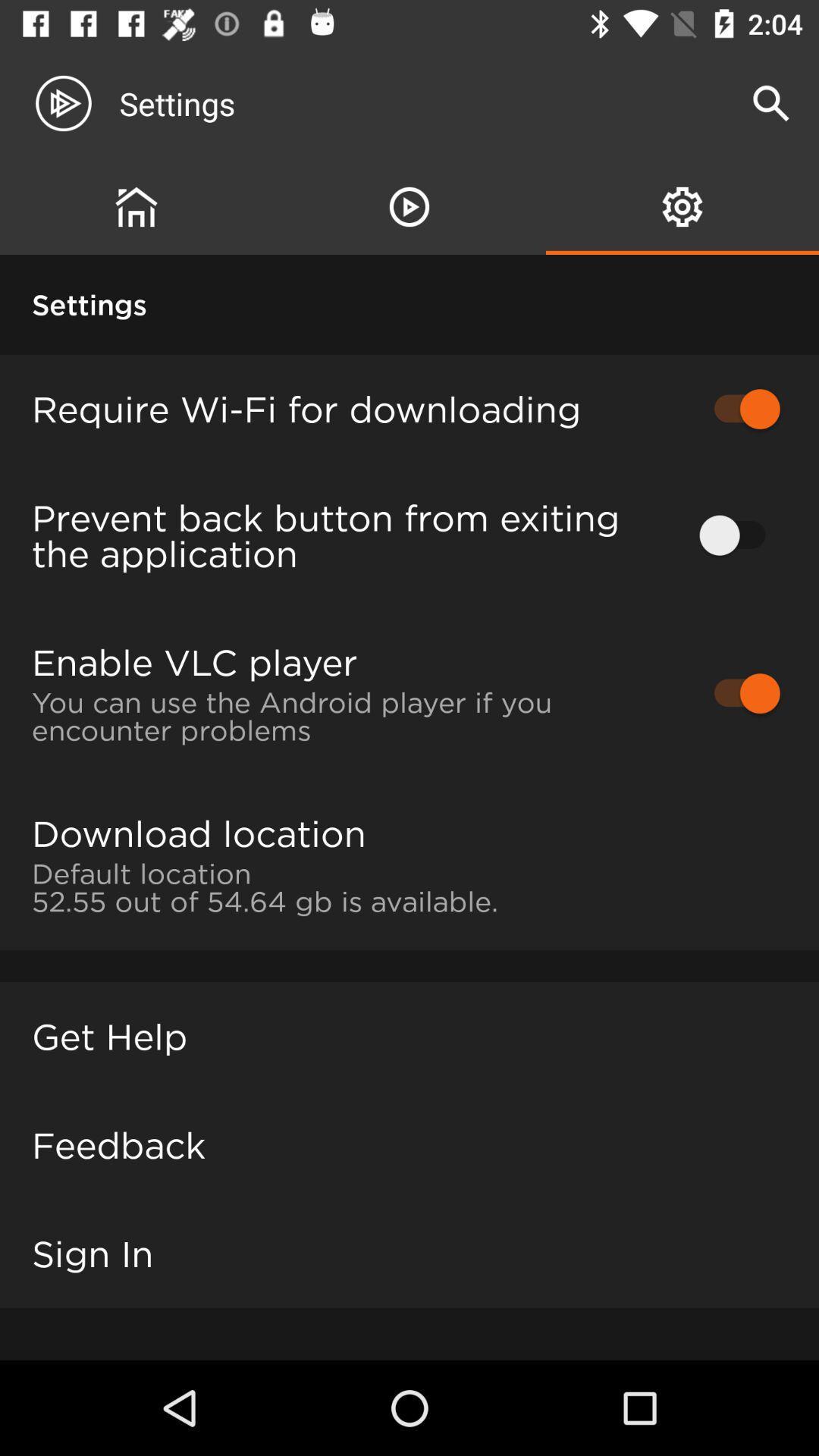 The image size is (819, 1456). Describe the element at coordinates (739, 409) in the screenshot. I see `item to the right of the require wi fi item` at that location.